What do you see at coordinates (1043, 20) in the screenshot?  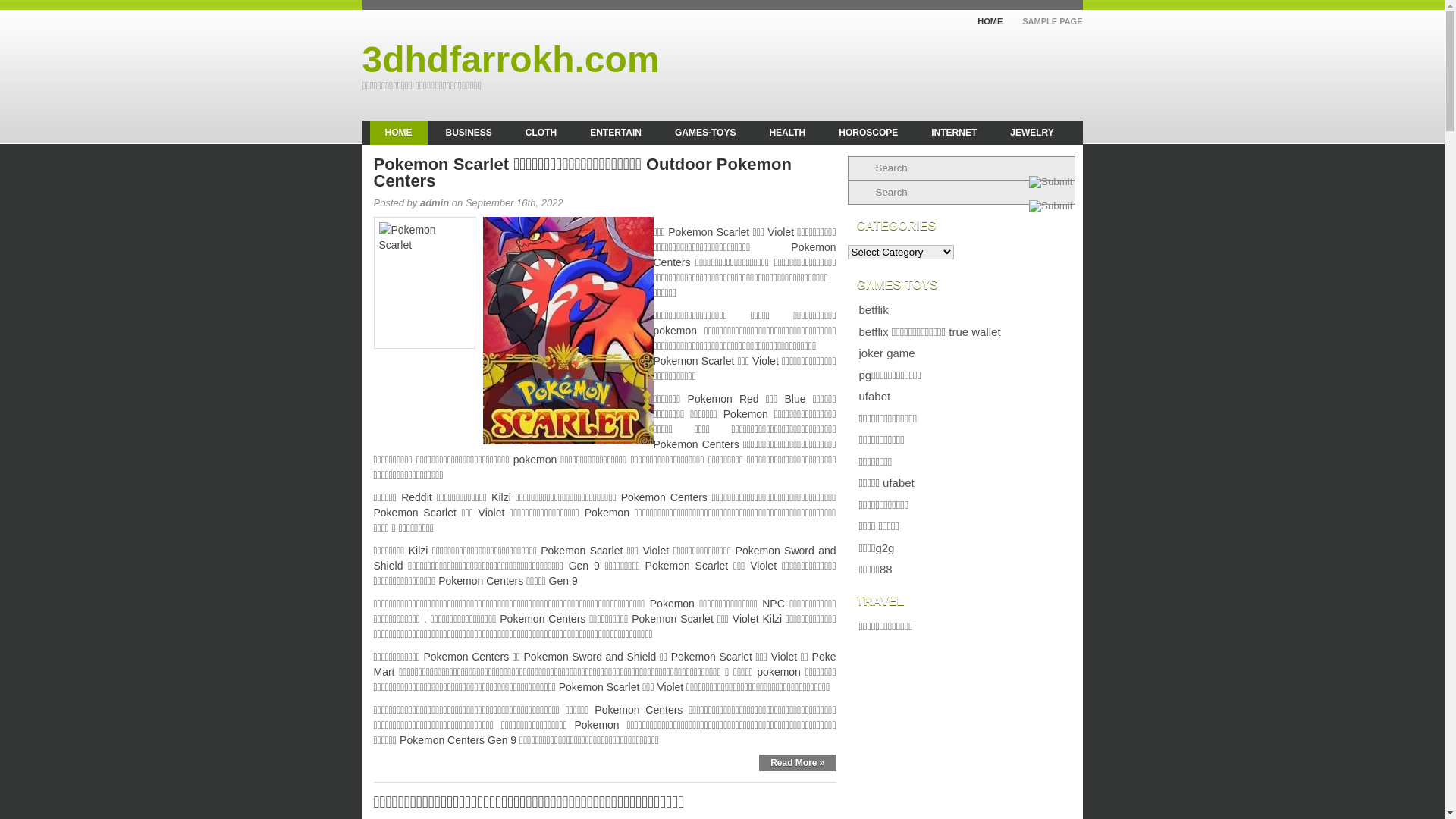 I see `'SAMPLE PAGE'` at bounding box center [1043, 20].